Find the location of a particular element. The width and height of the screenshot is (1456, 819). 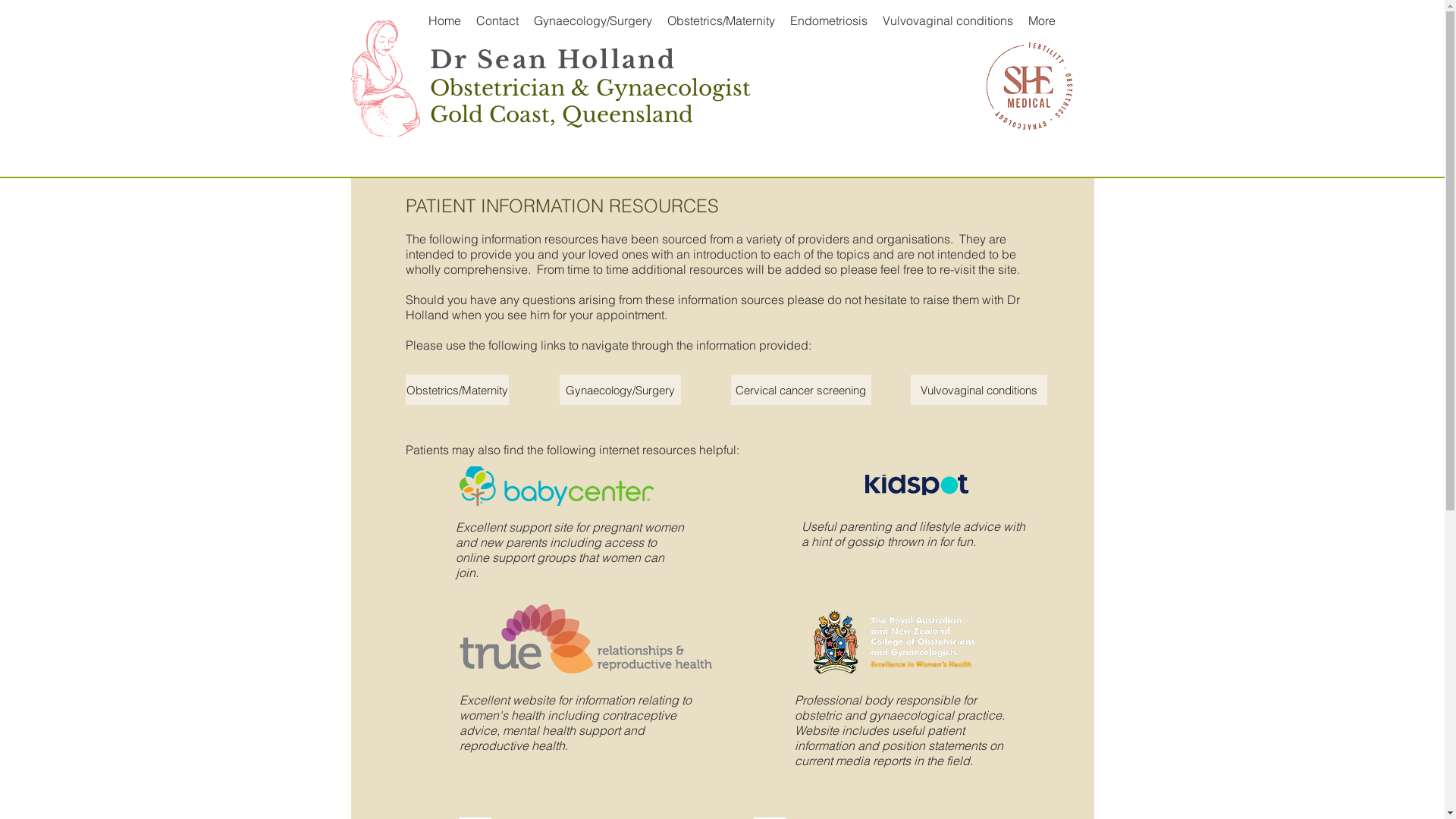

'Contact' is located at coordinates (497, 20).